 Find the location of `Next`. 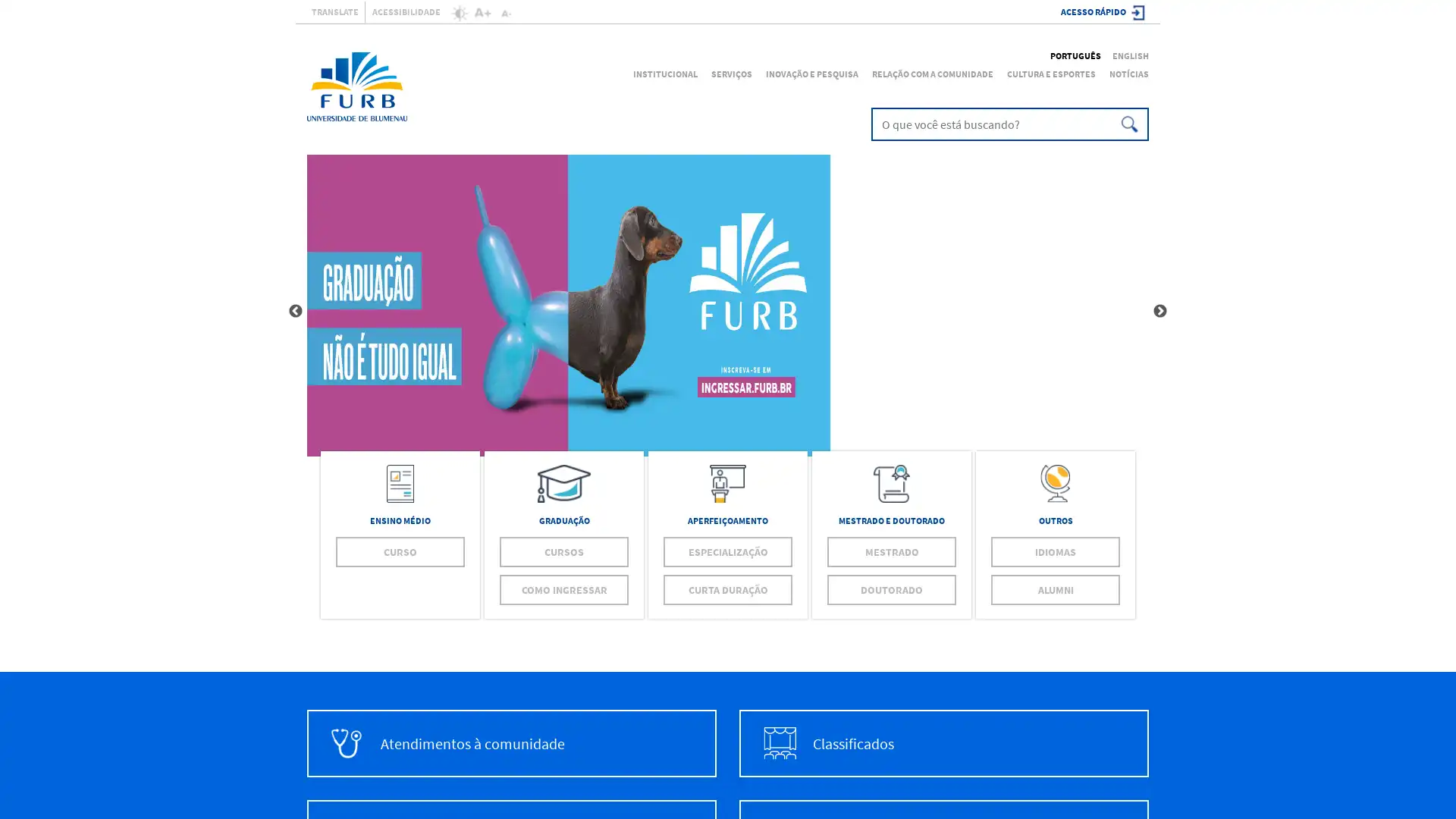

Next is located at coordinates (1159, 311).